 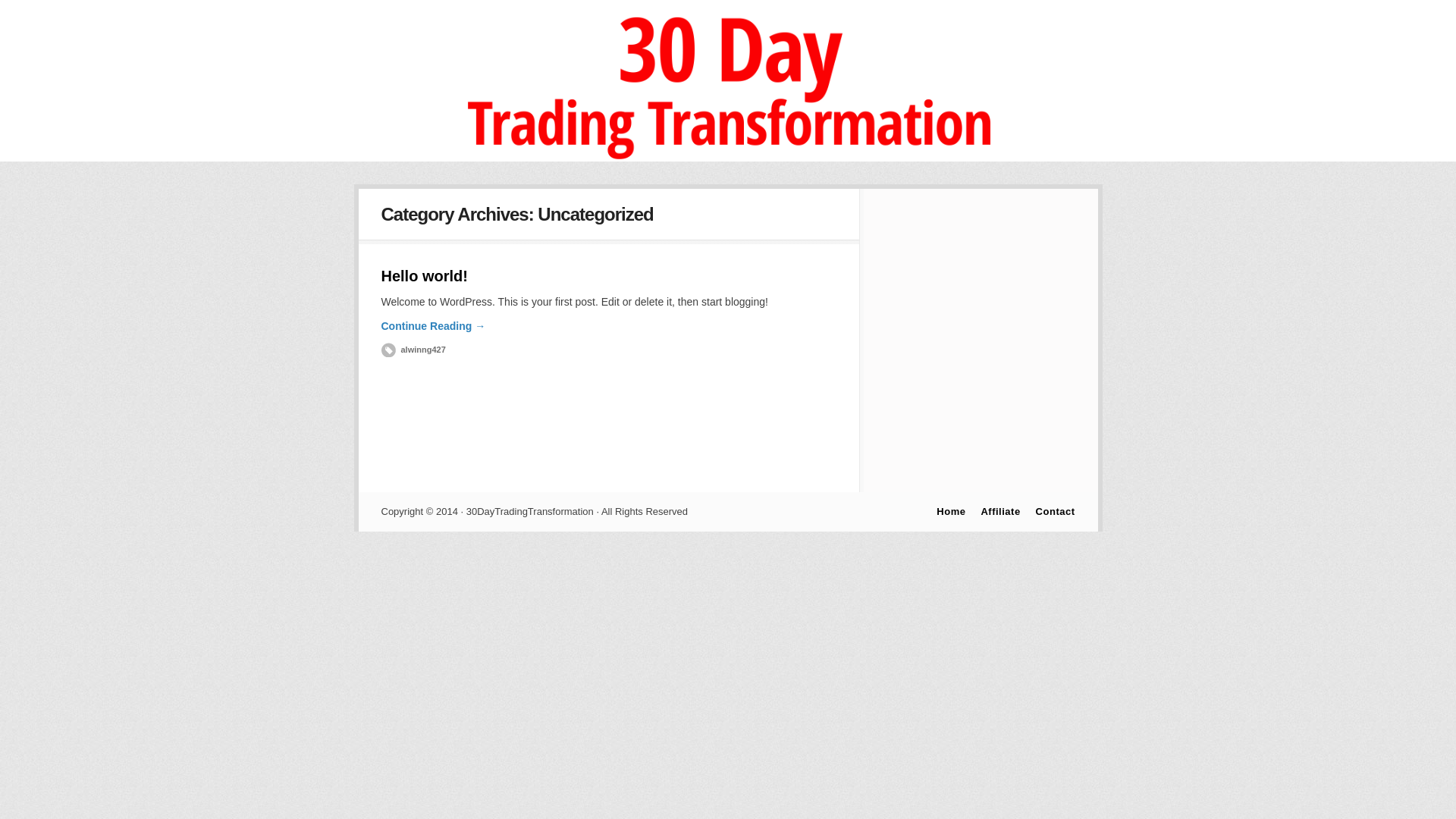 What do you see at coordinates (1000, 511) in the screenshot?
I see `'Affiliate'` at bounding box center [1000, 511].